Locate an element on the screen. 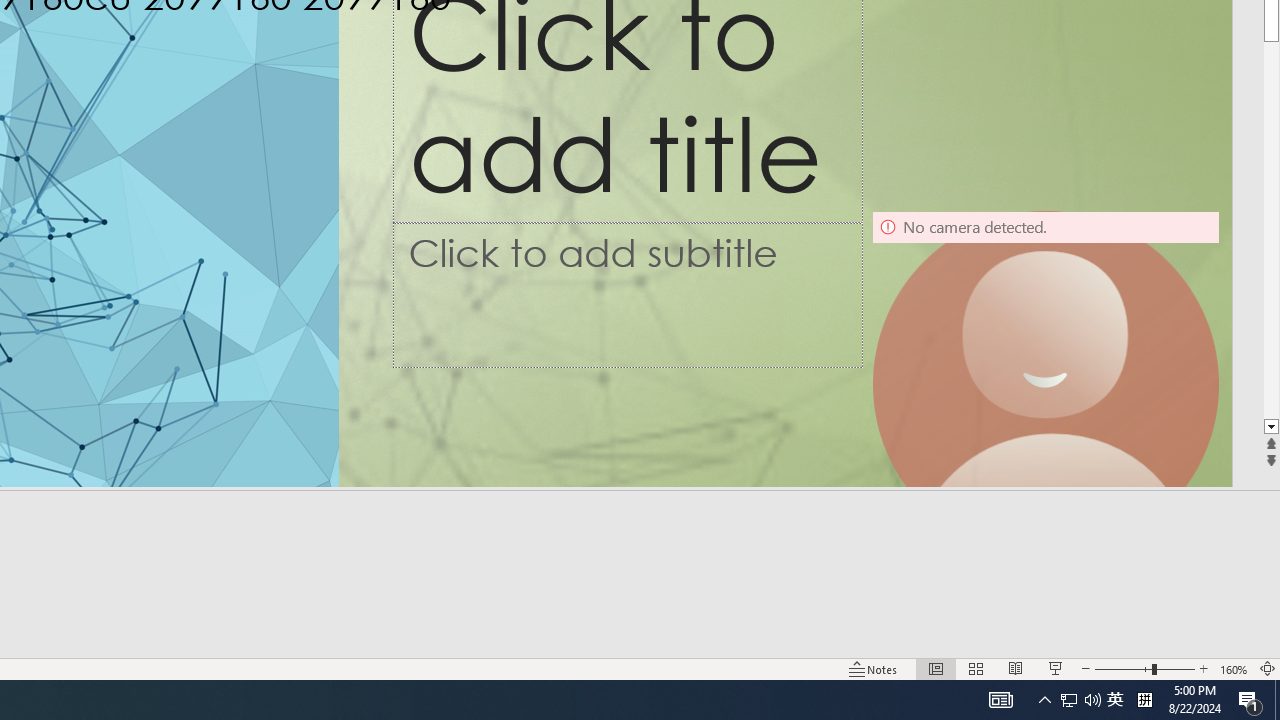 This screenshot has width=1280, height=720. 'Normal' is located at coordinates (935, 669).